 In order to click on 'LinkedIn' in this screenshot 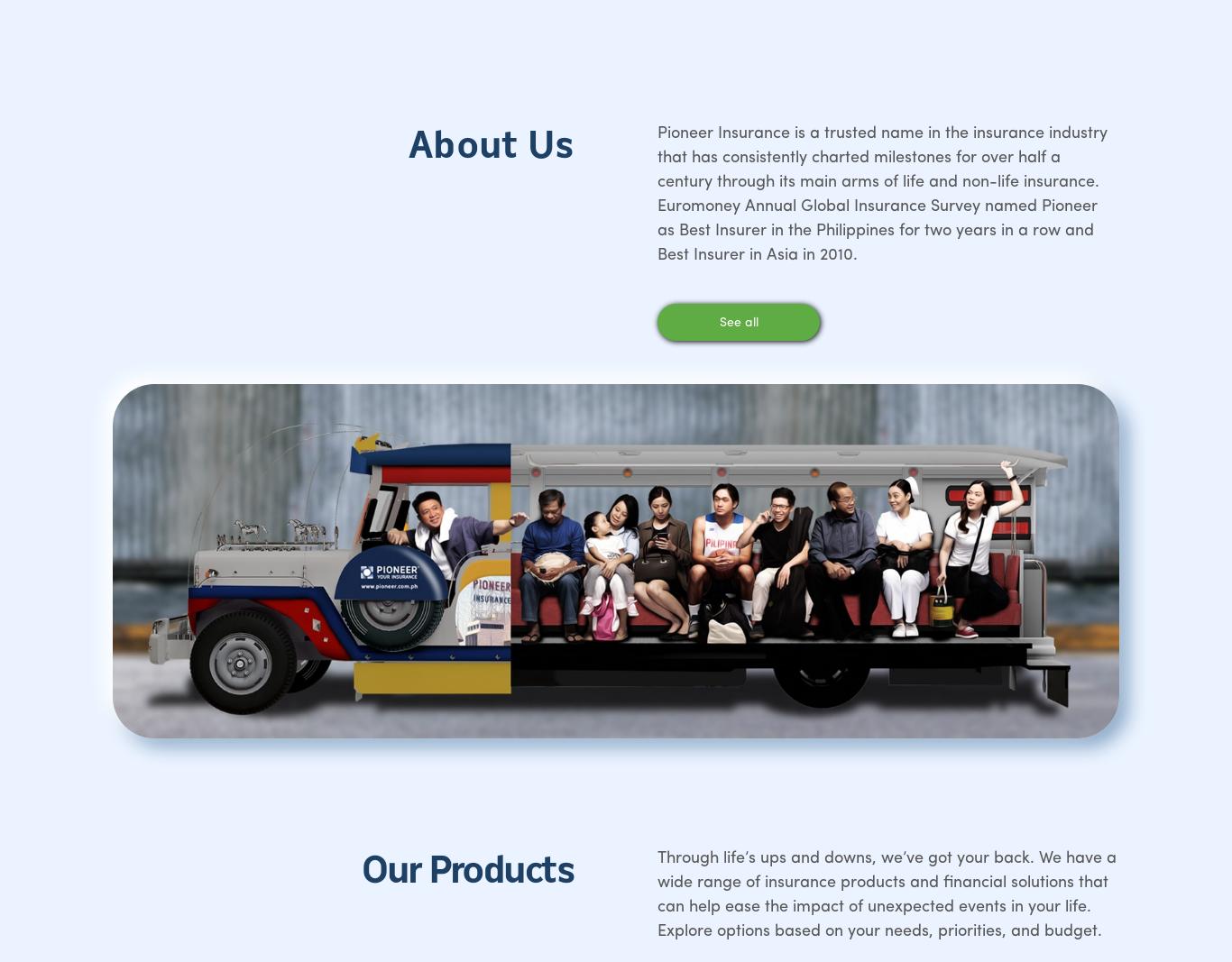, I will do `click(958, 523)`.